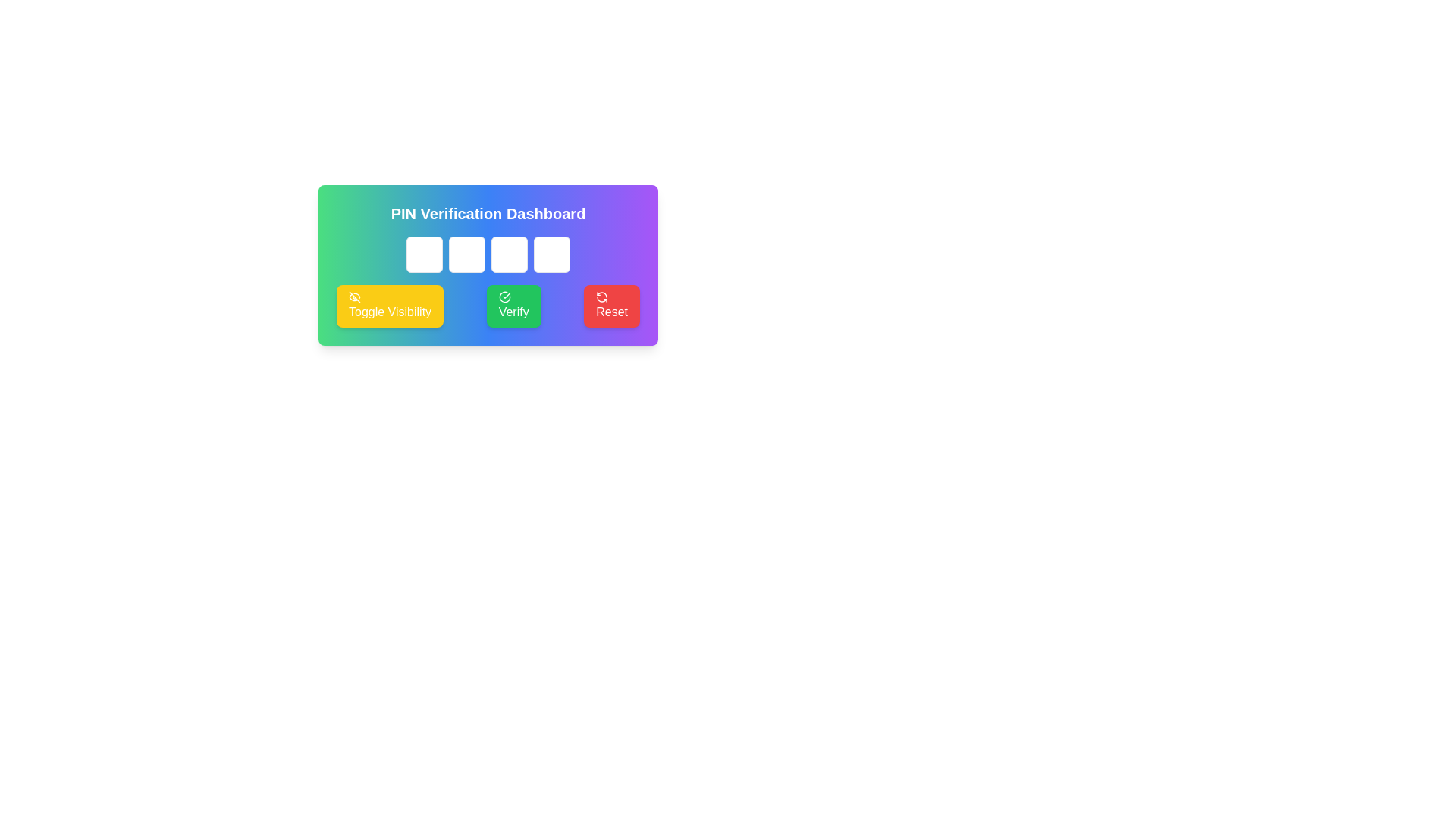  Describe the element at coordinates (612, 306) in the screenshot. I see `the bright red 'Reset' button with a circular arrow icon above the text to reset the PIN fields` at that location.